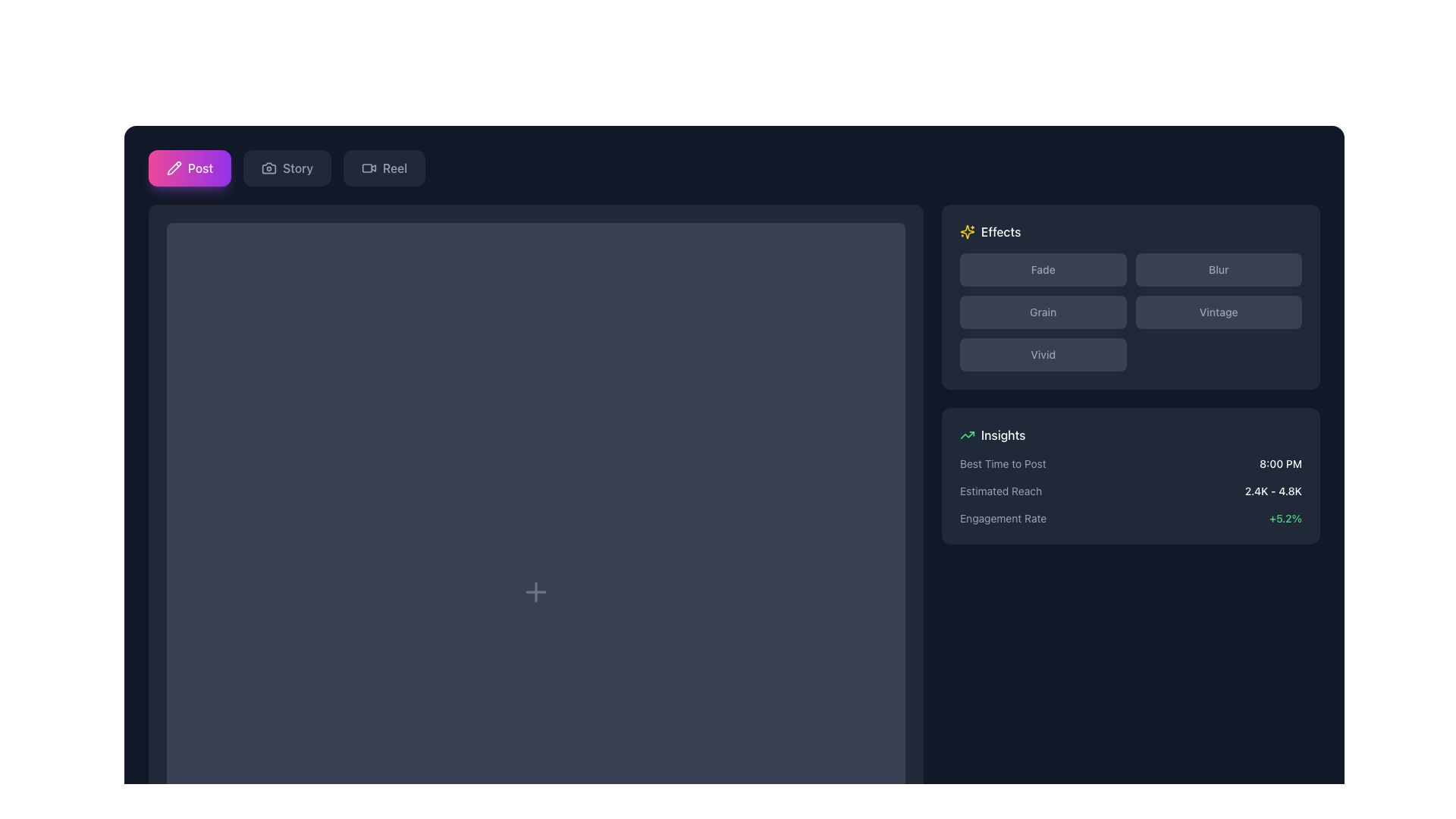 This screenshot has width=1456, height=819. What do you see at coordinates (1042, 312) in the screenshot?
I see `the 'Grain' button located in the Effects section of the right panel` at bounding box center [1042, 312].